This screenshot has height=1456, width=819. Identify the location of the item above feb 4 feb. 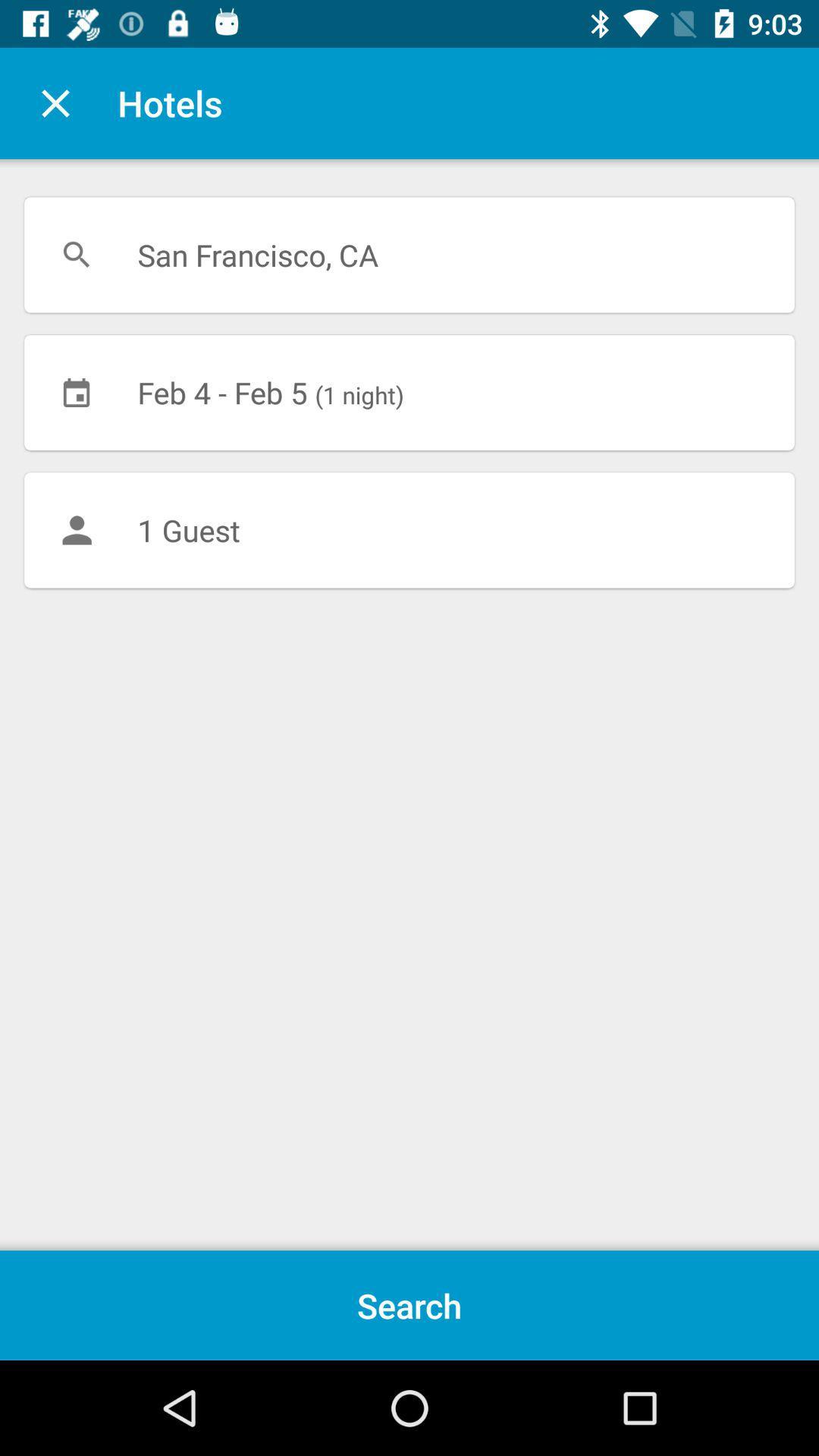
(409, 255).